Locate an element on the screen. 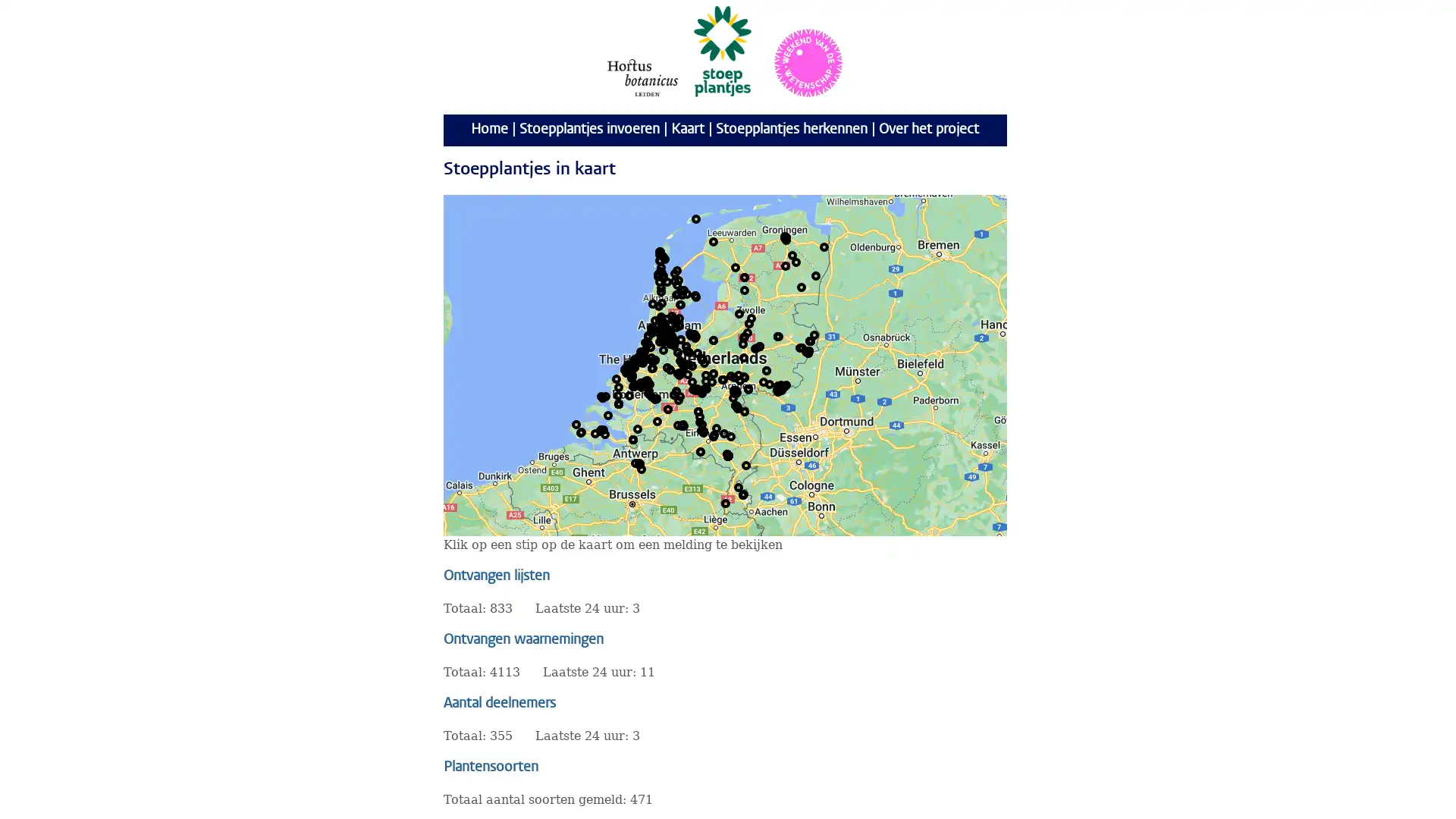  Telling van op 09 december 2021 is located at coordinates (679, 394).